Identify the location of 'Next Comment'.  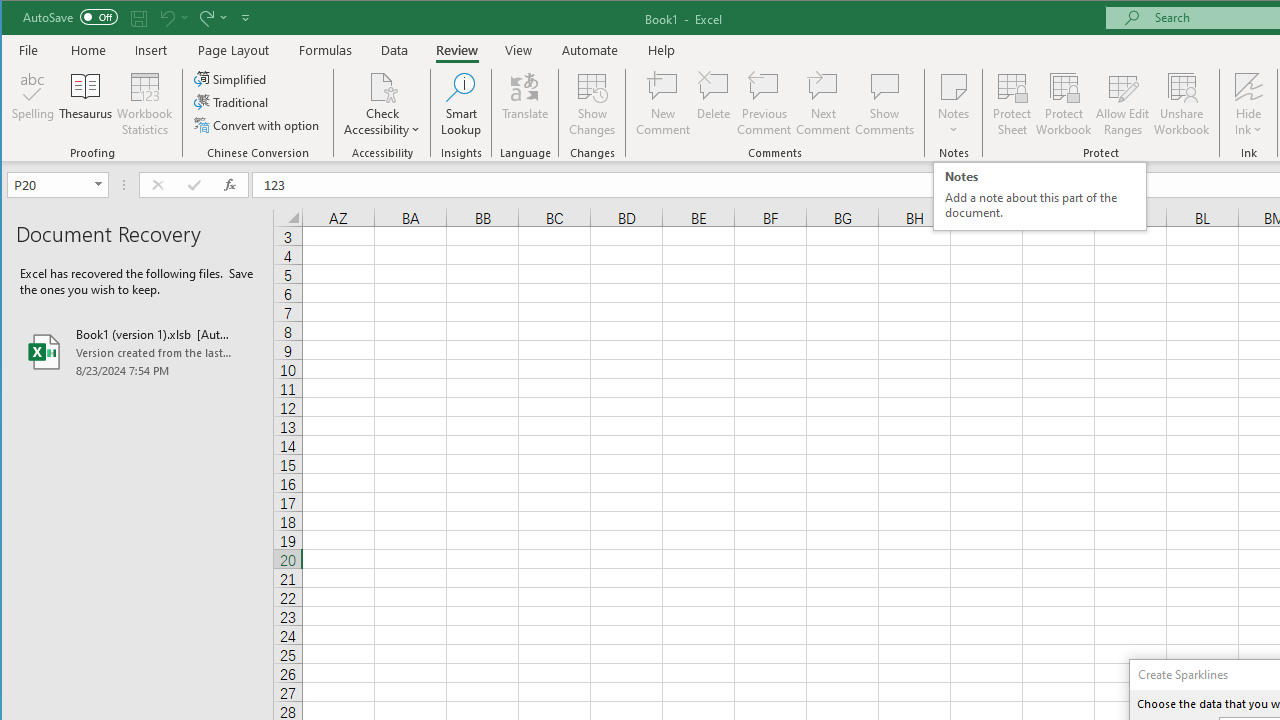
(823, 104).